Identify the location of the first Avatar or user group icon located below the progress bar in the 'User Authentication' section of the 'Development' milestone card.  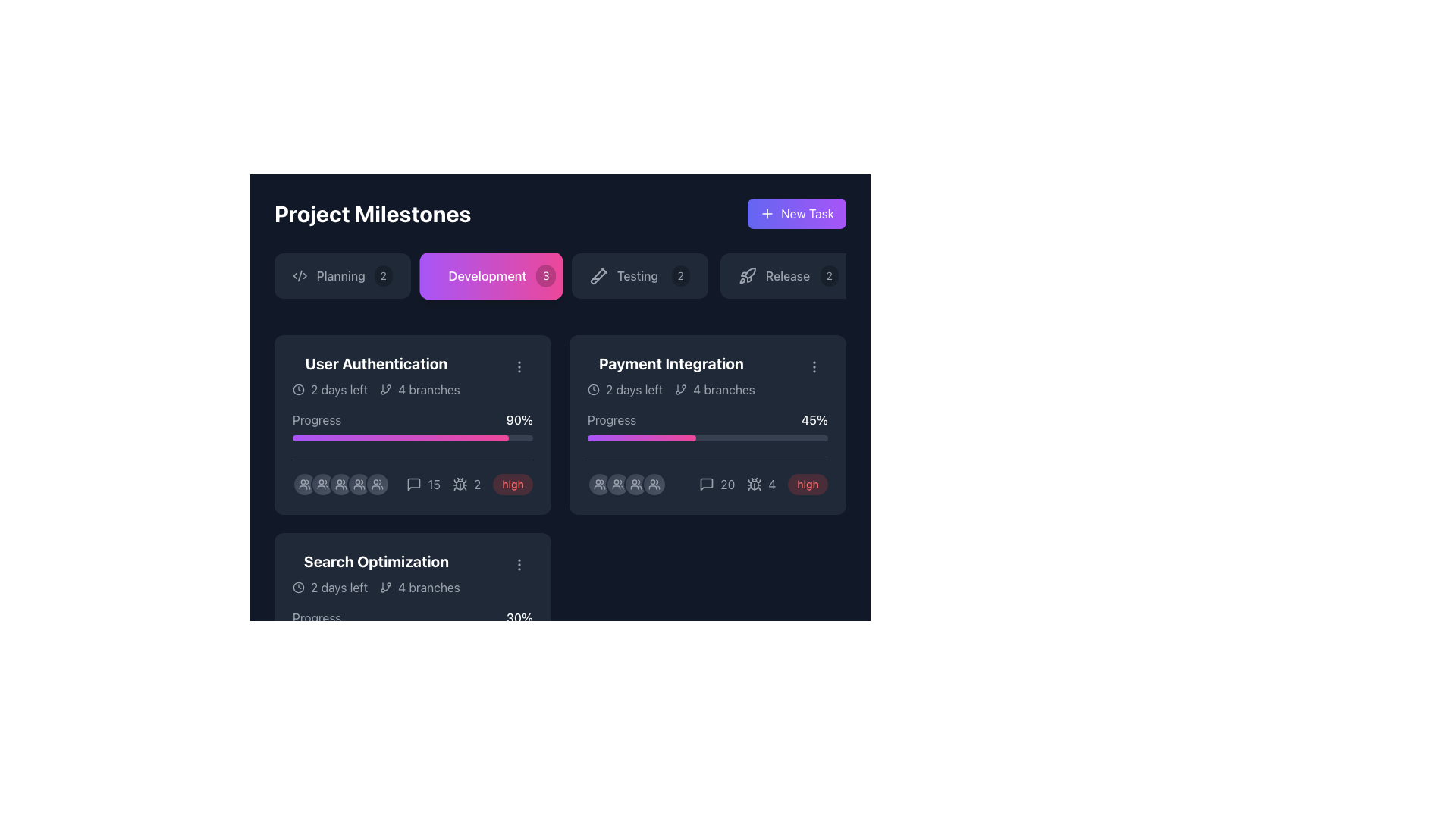
(304, 485).